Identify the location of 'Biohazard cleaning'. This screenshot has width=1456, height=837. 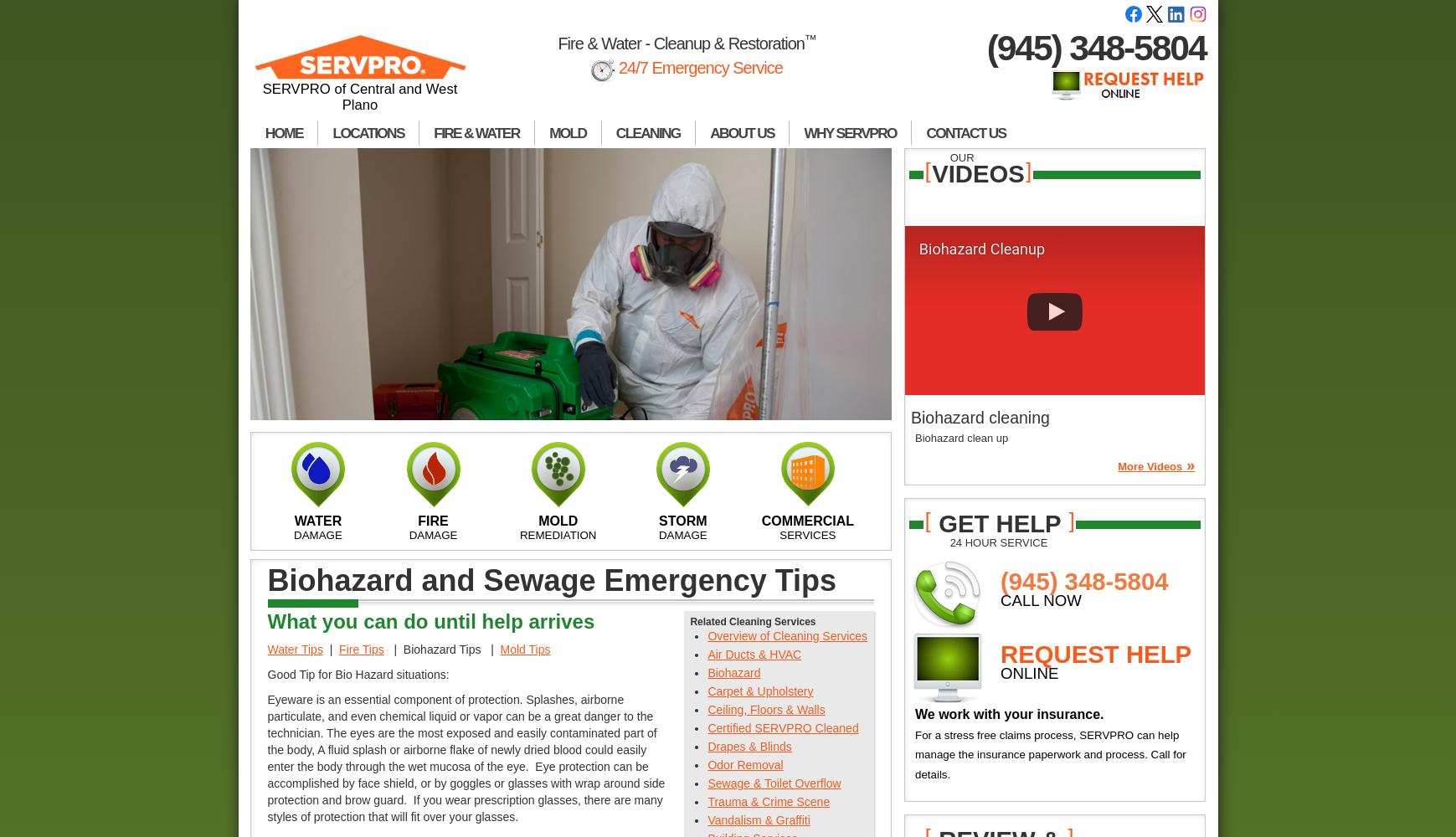
(910, 417).